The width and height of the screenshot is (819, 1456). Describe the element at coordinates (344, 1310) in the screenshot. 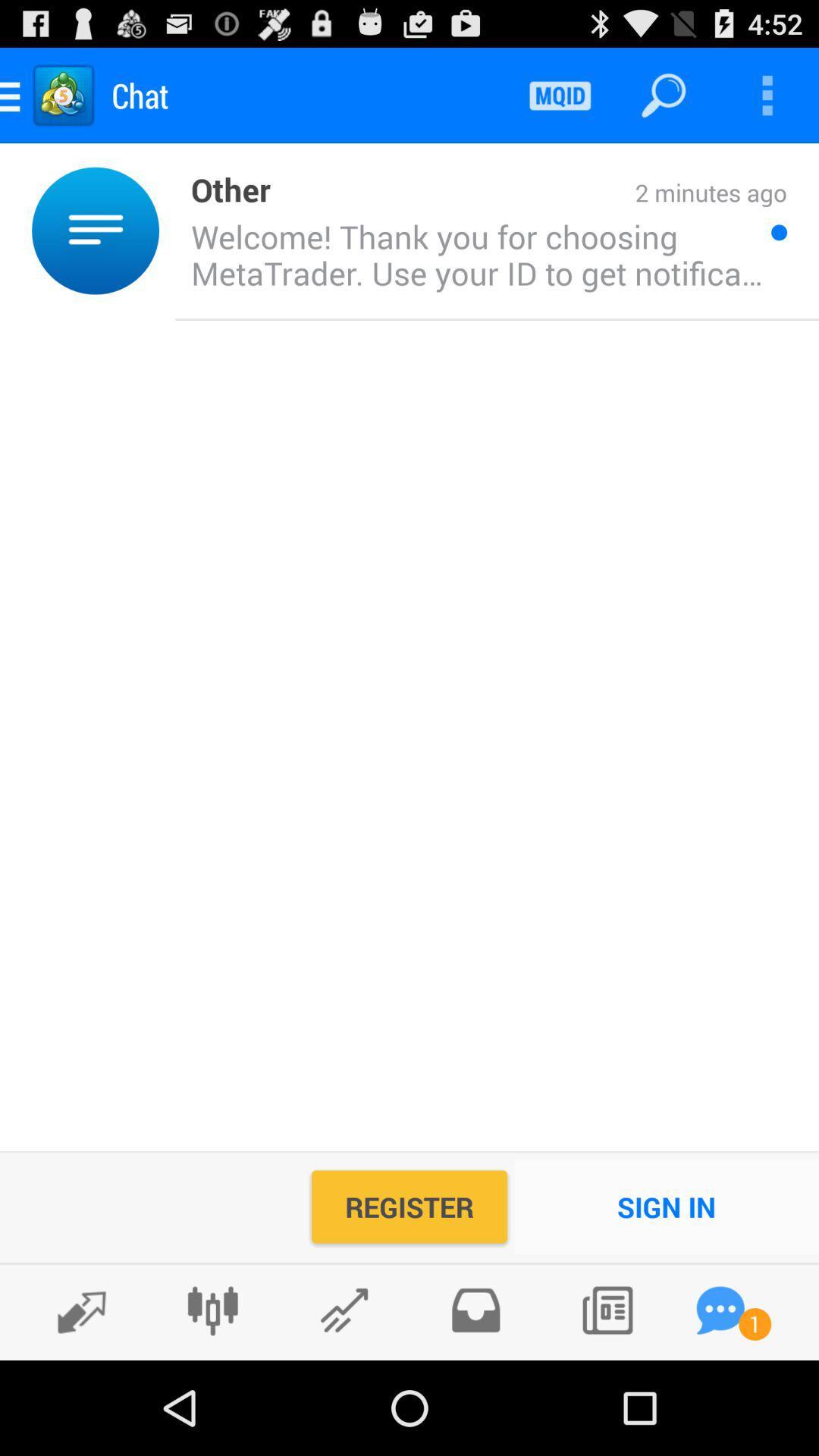

I see `for current technical indicator` at that location.